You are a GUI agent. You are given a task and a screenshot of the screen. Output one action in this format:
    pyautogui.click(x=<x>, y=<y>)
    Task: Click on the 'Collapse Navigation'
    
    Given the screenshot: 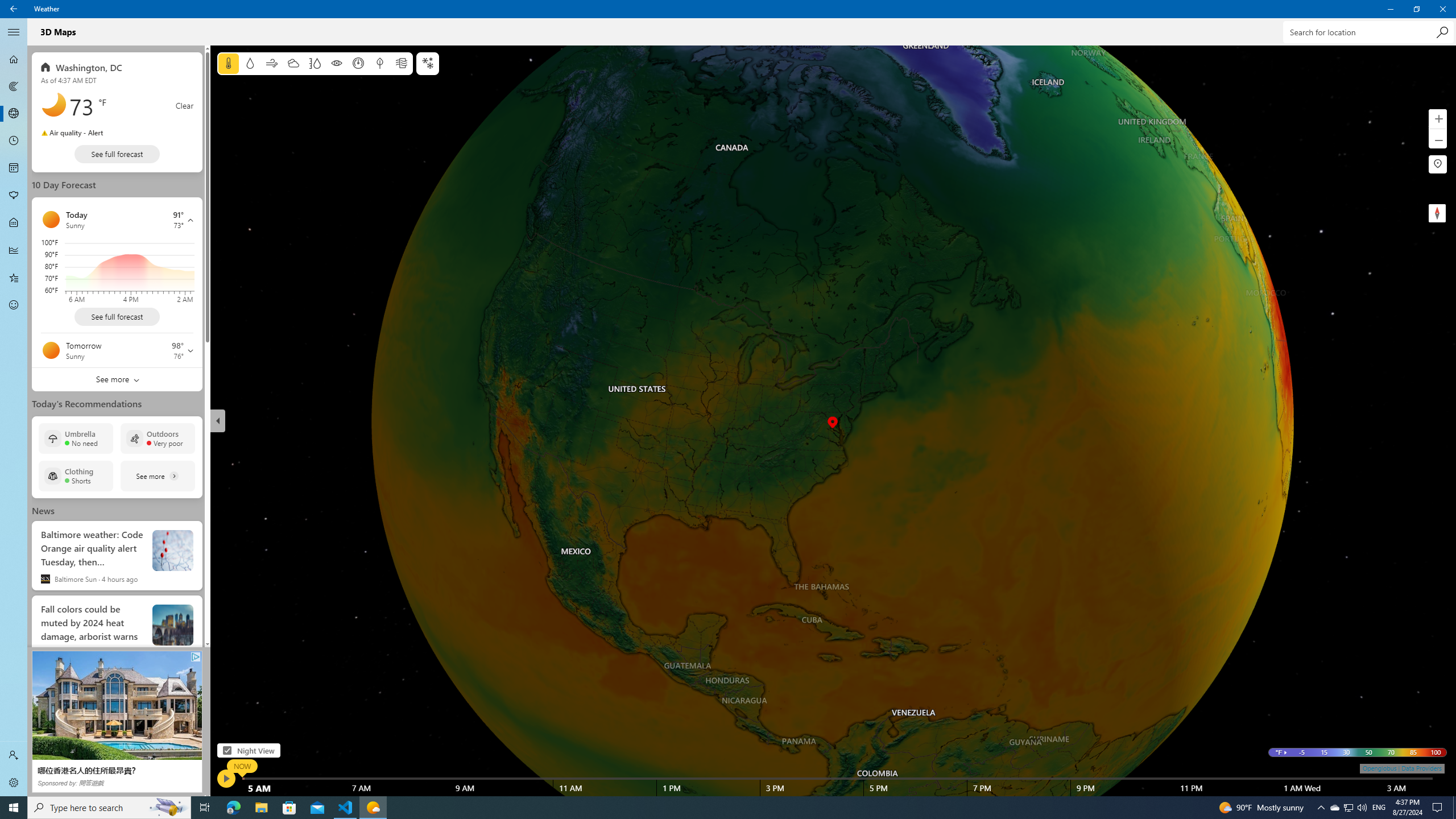 What is the action you would take?
    pyautogui.click(x=14, y=31)
    